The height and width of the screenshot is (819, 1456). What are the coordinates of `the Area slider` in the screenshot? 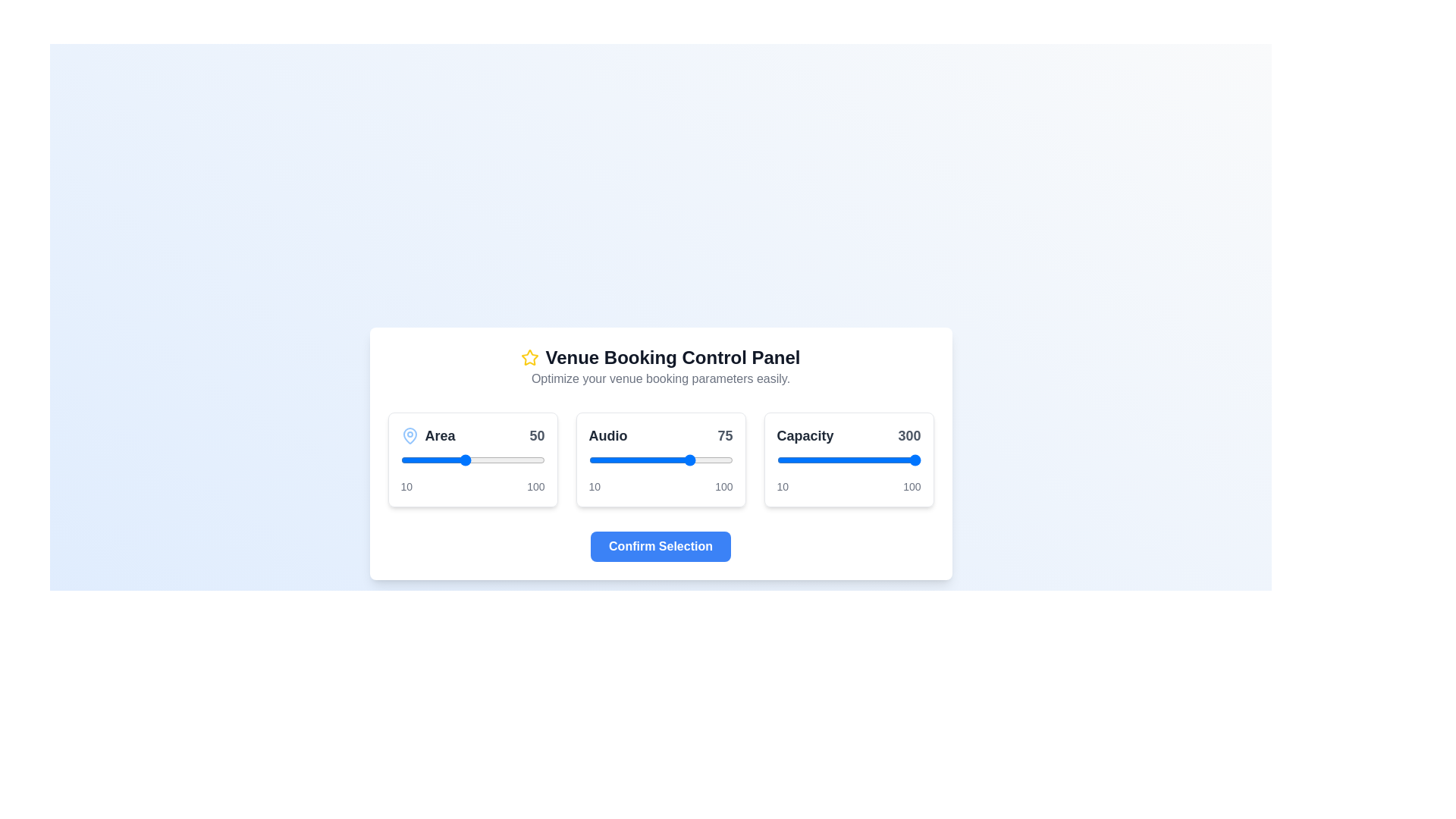 It's located at (541, 459).